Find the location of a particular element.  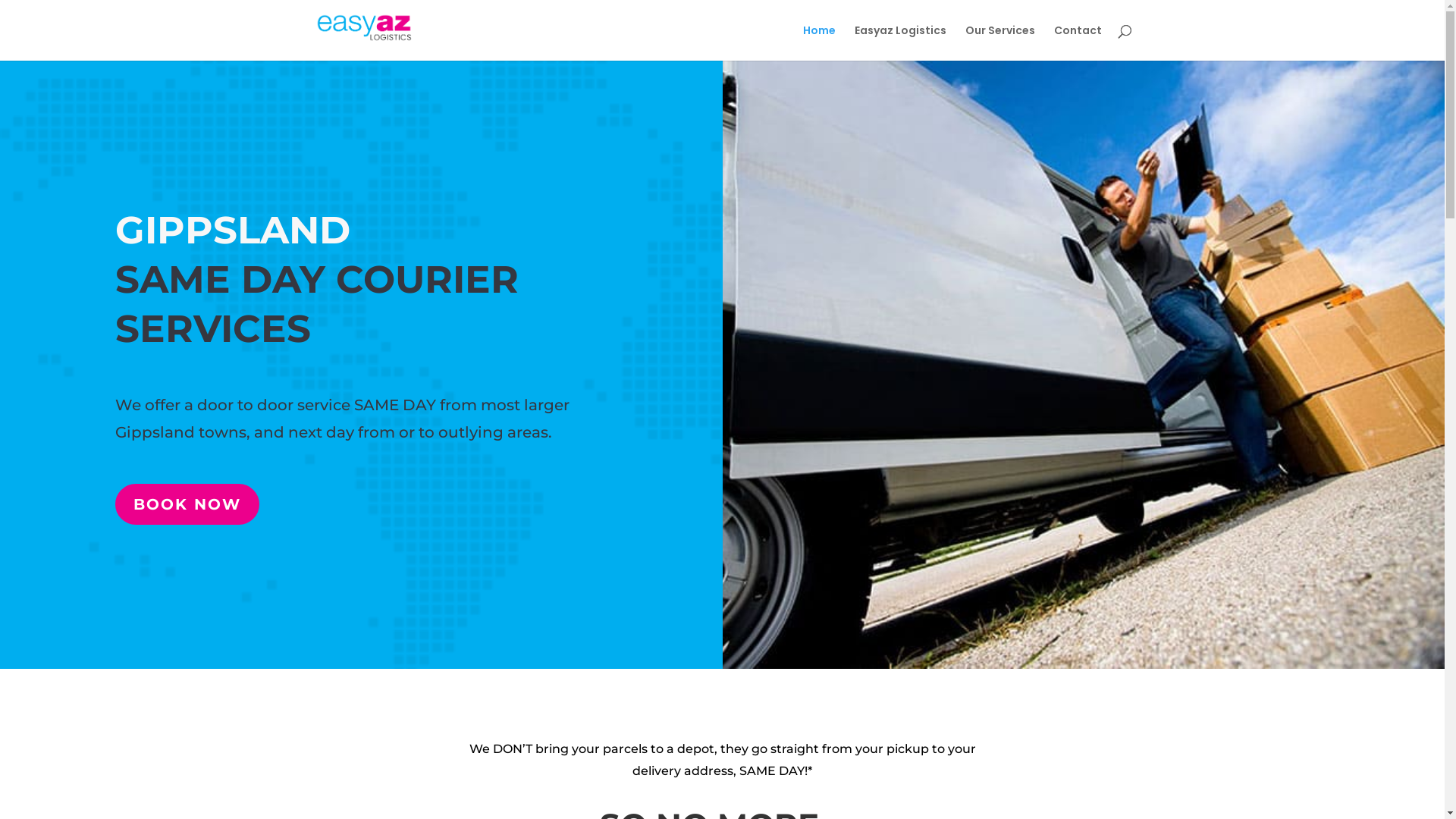

'BOOK NOW' is located at coordinates (186, 504).